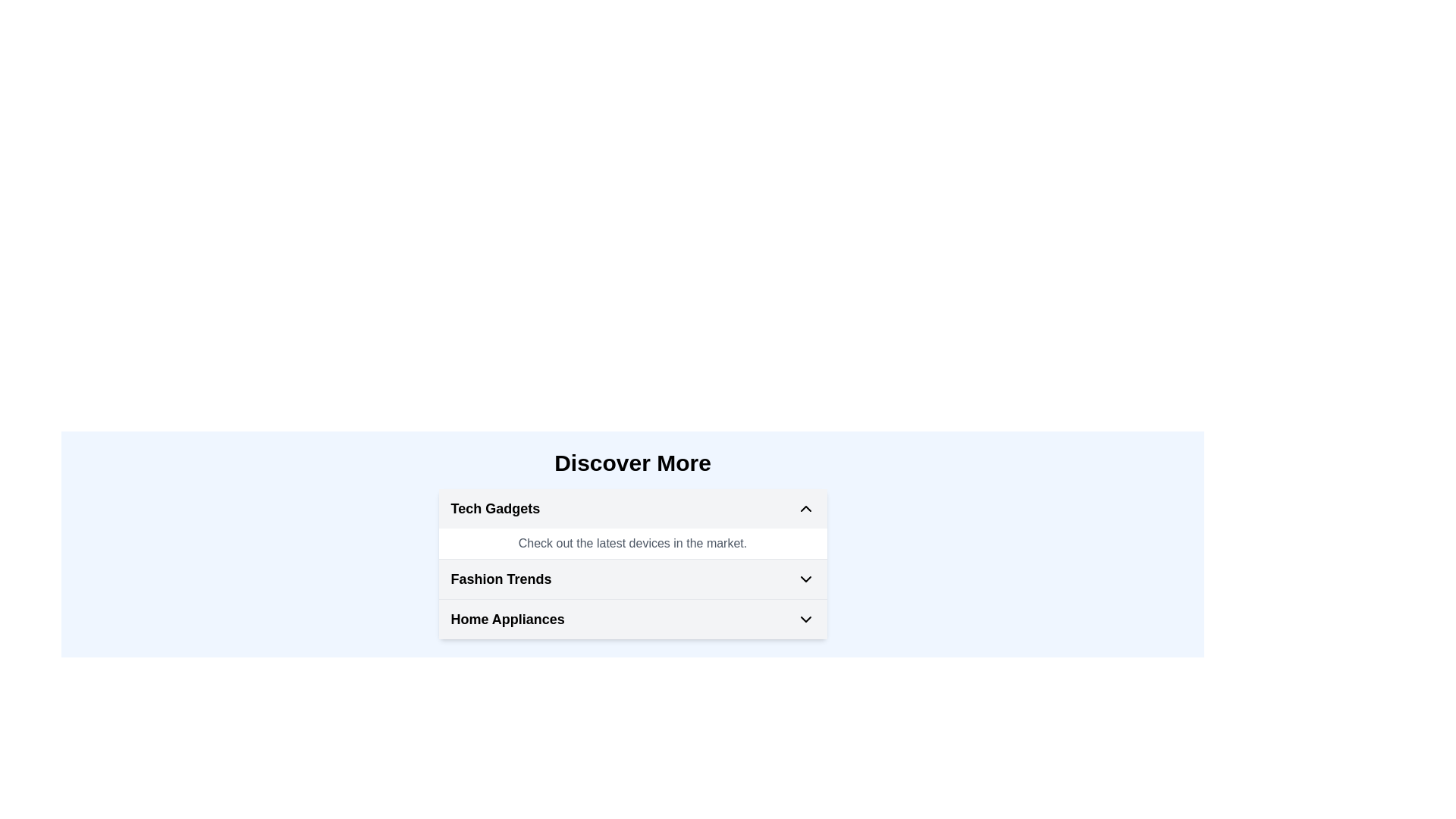 The image size is (1456, 819). What do you see at coordinates (507, 620) in the screenshot?
I see `the 'Home Appliances' category label` at bounding box center [507, 620].